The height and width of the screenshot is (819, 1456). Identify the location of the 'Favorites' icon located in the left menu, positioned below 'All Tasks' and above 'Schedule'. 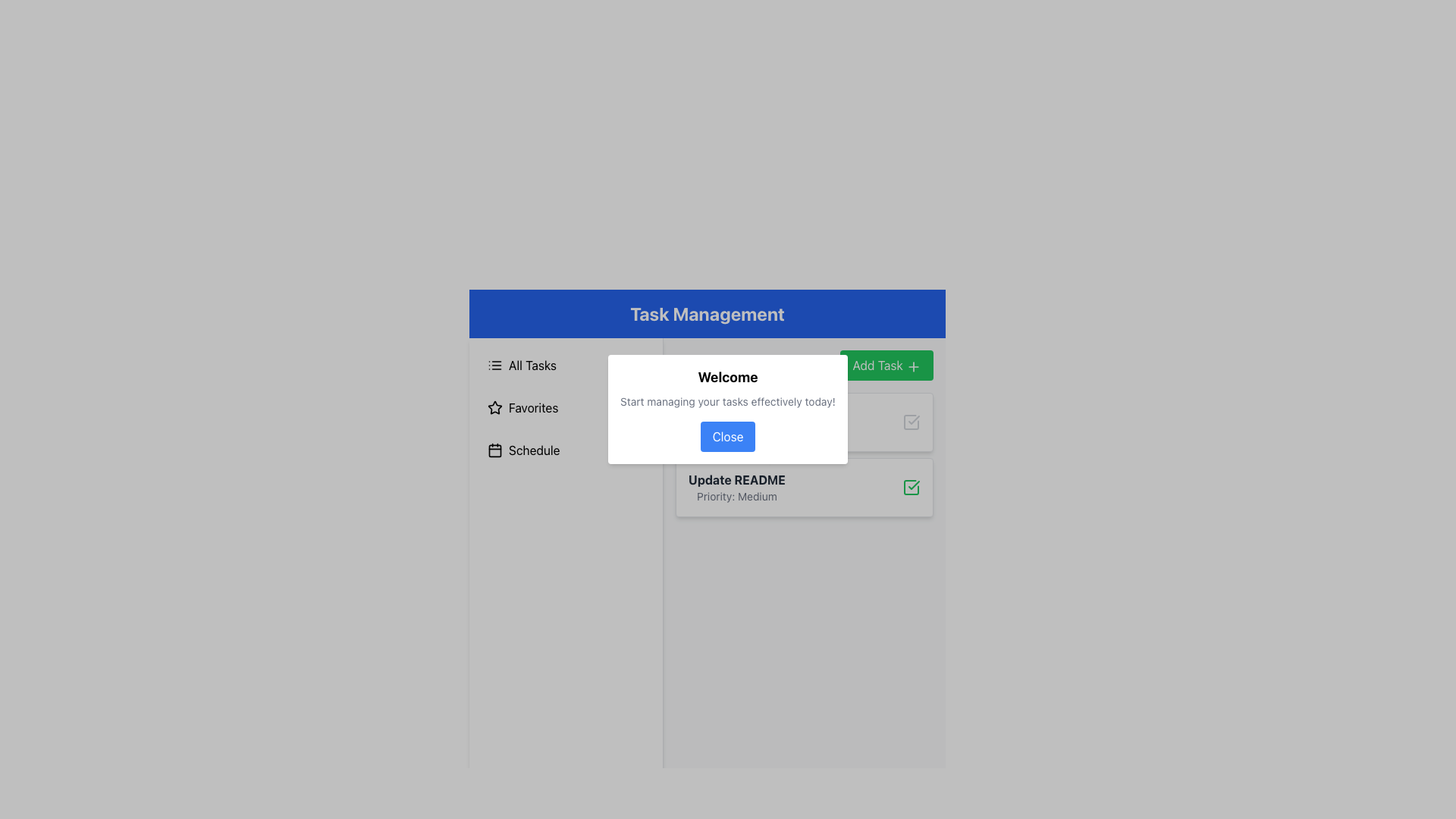
(494, 406).